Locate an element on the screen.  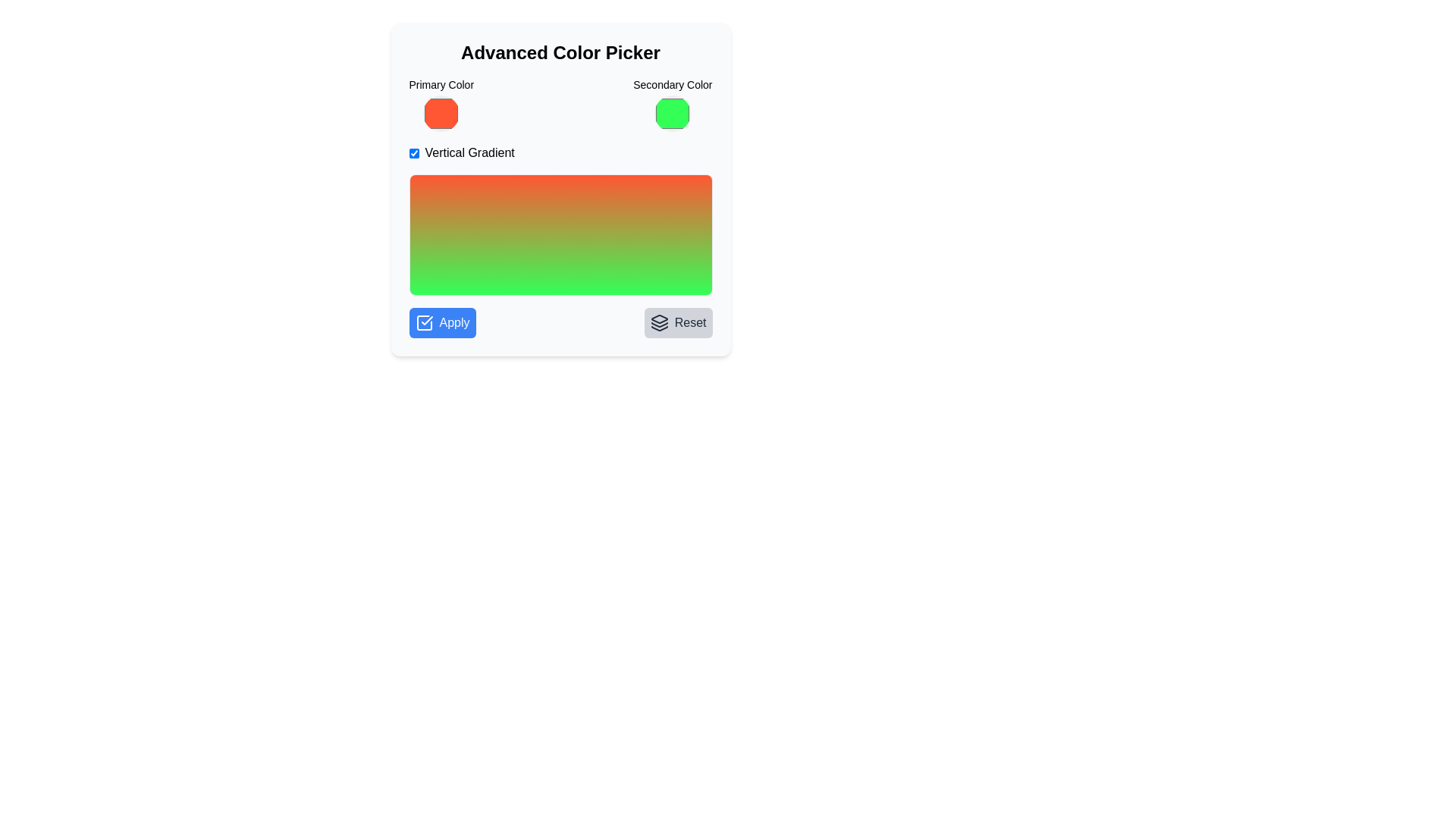
the Preview area that displays a vertical gradient between the primary and secondary colors, located centrally below the 'Vertical Gradient' checkbox is located at coordinates (560, 234).